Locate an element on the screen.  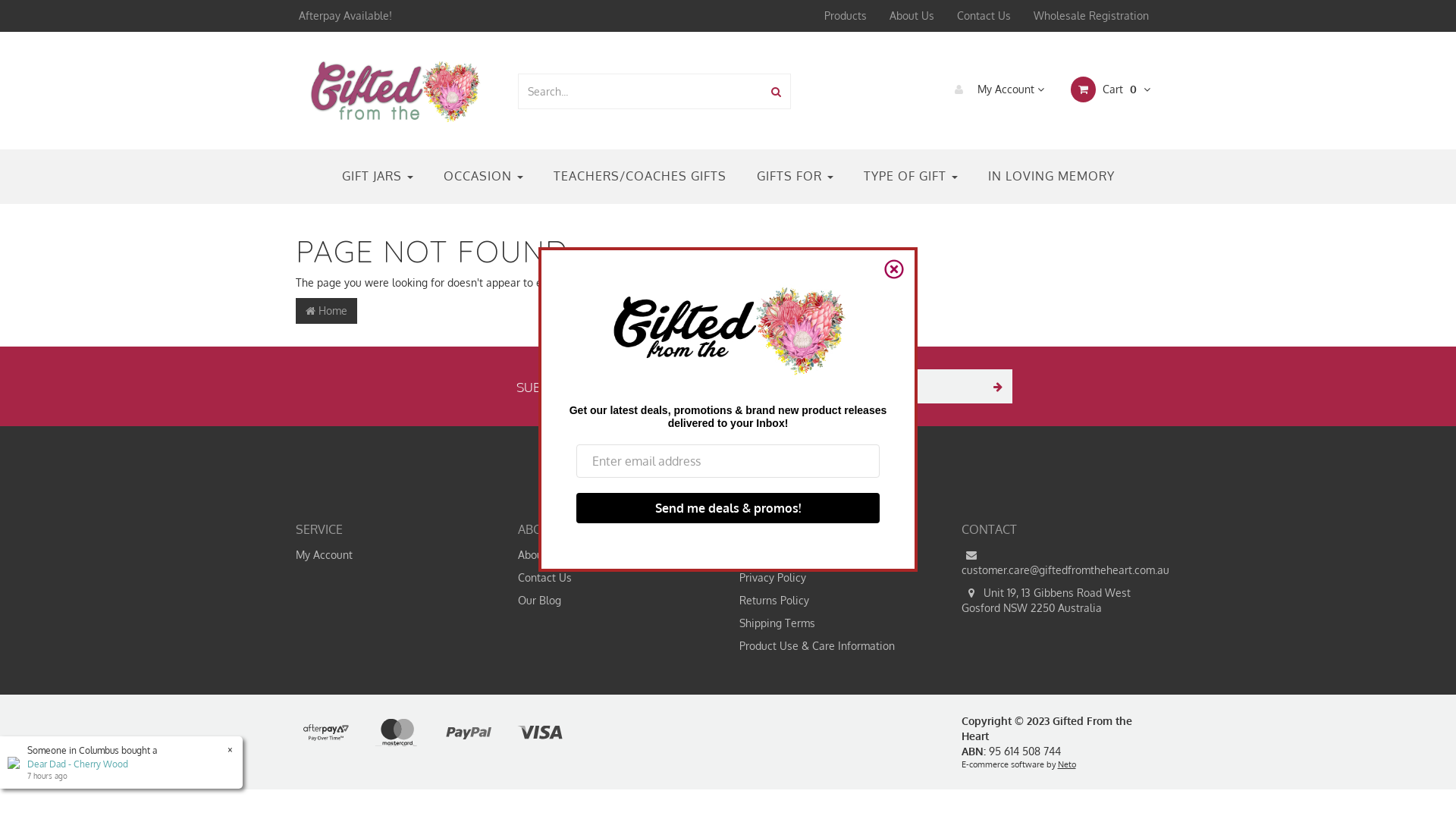
'TEACHERS/COACHES GIFTS' is located at coordinates (640, 175).